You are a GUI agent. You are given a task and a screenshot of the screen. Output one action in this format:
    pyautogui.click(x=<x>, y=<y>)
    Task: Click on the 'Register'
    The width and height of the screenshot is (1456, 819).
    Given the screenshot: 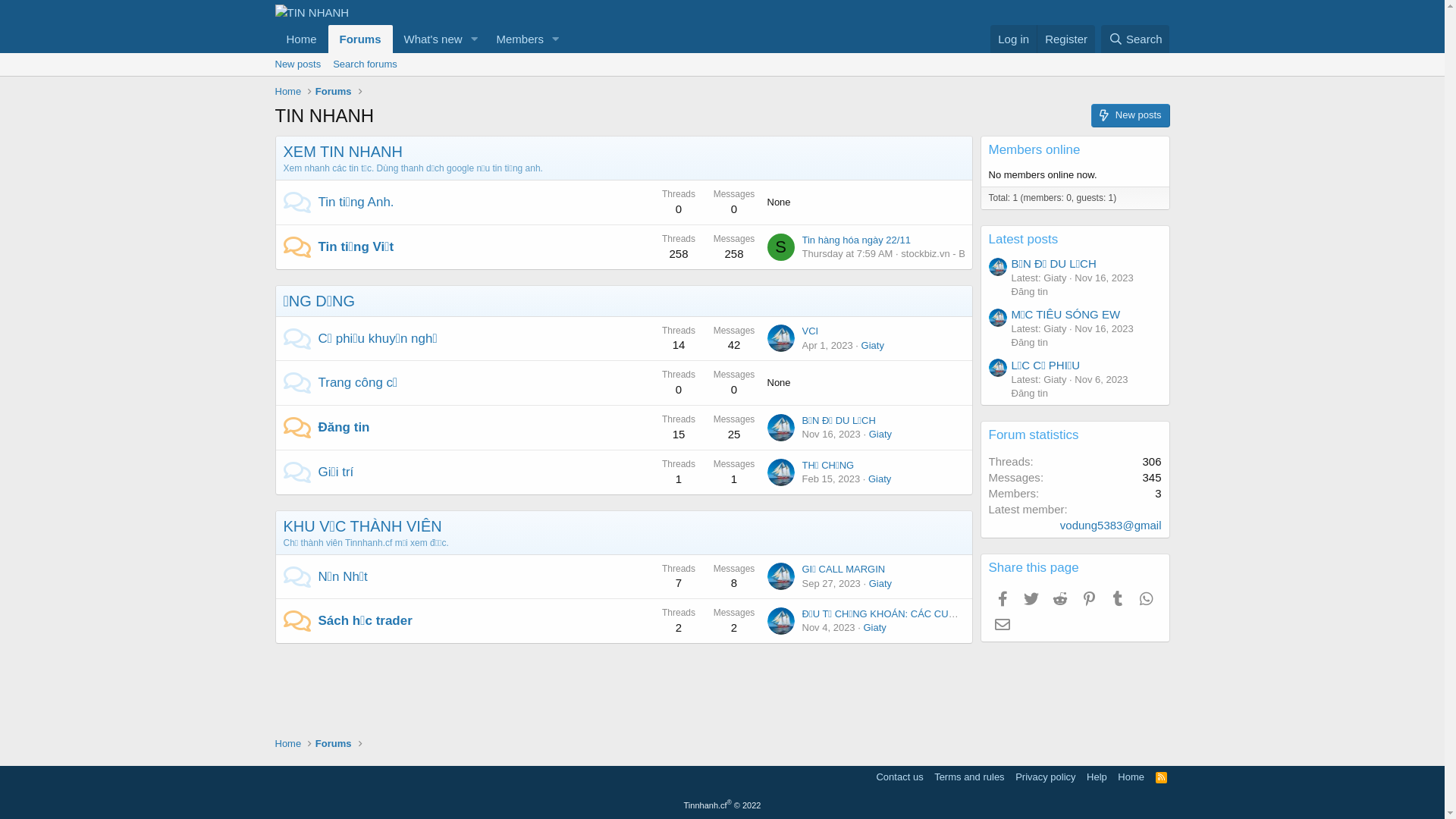 What is the action you would take?
    pyautogui.click(x=1065, y=38)
    